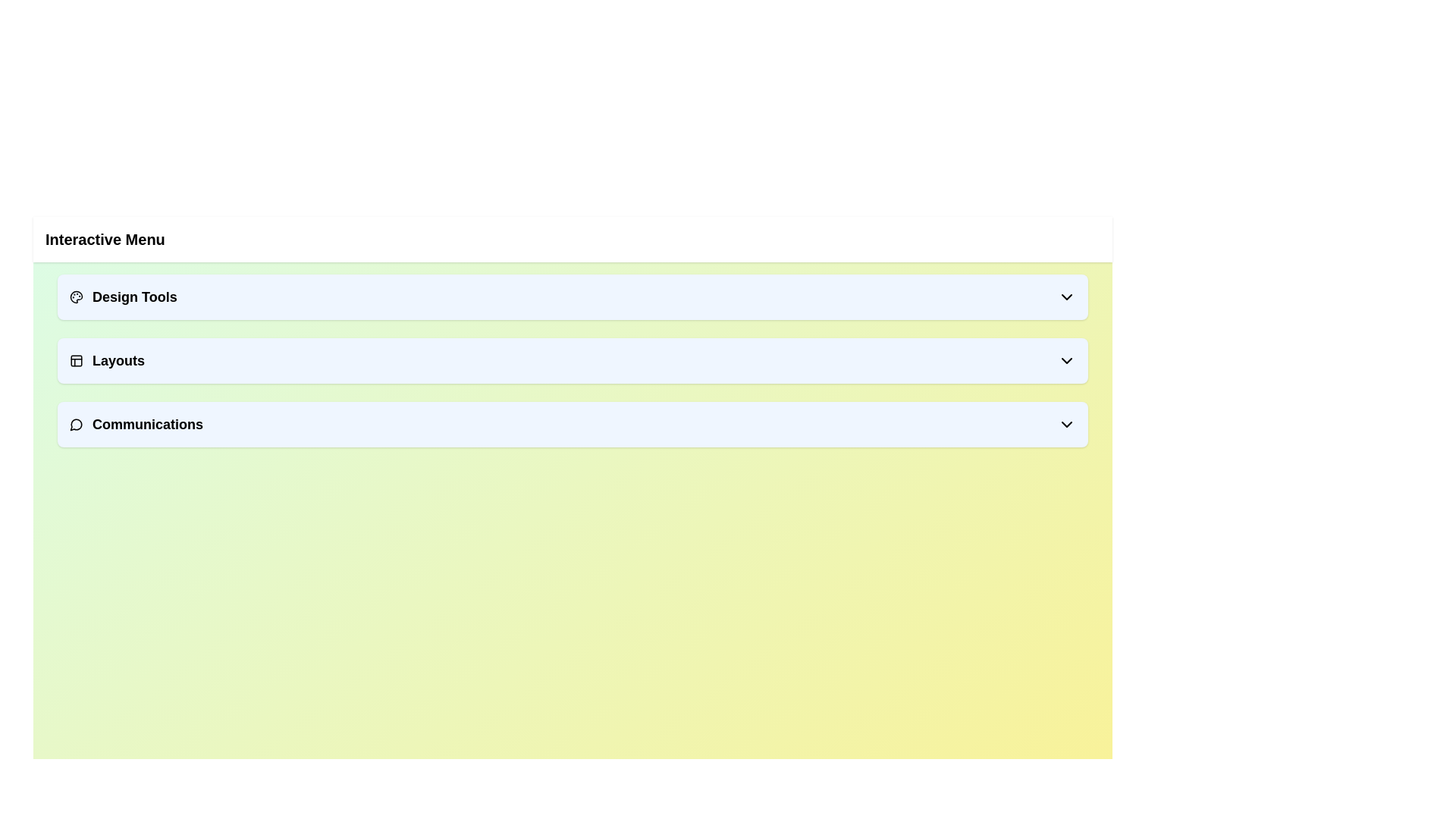 Image resolution: width=1456 pixels, height=819 pixels. Describe the element at coordinates (572, 360) in the screenshot. I see `the menu item labeled Layouts to highlight it` at that location.